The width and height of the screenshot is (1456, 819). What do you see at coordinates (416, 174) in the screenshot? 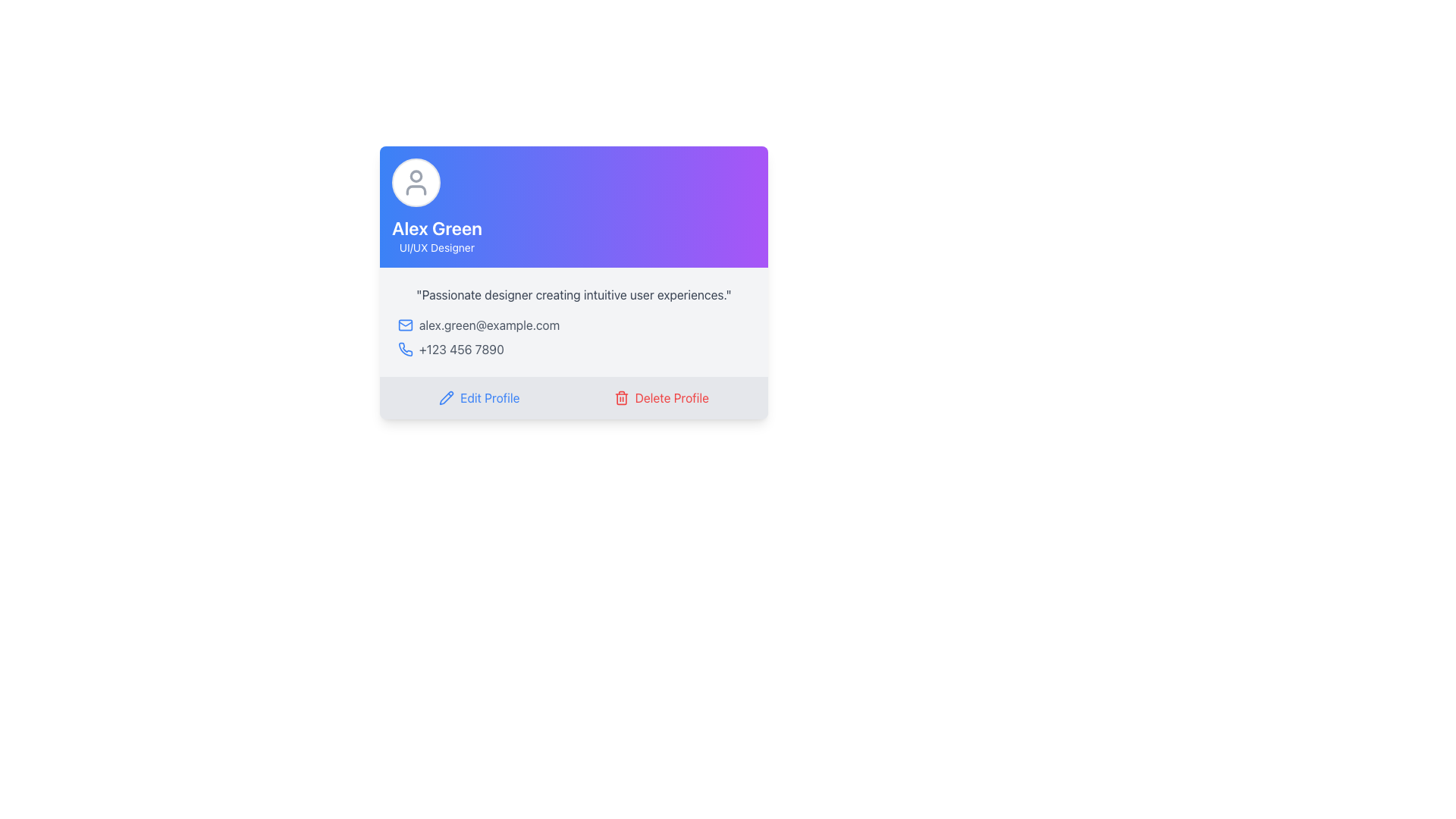
I see `the SVG circle element representing the head of the user figure within the user profile icon located at the top-left of the card interface` at bounding box center [416, 174].